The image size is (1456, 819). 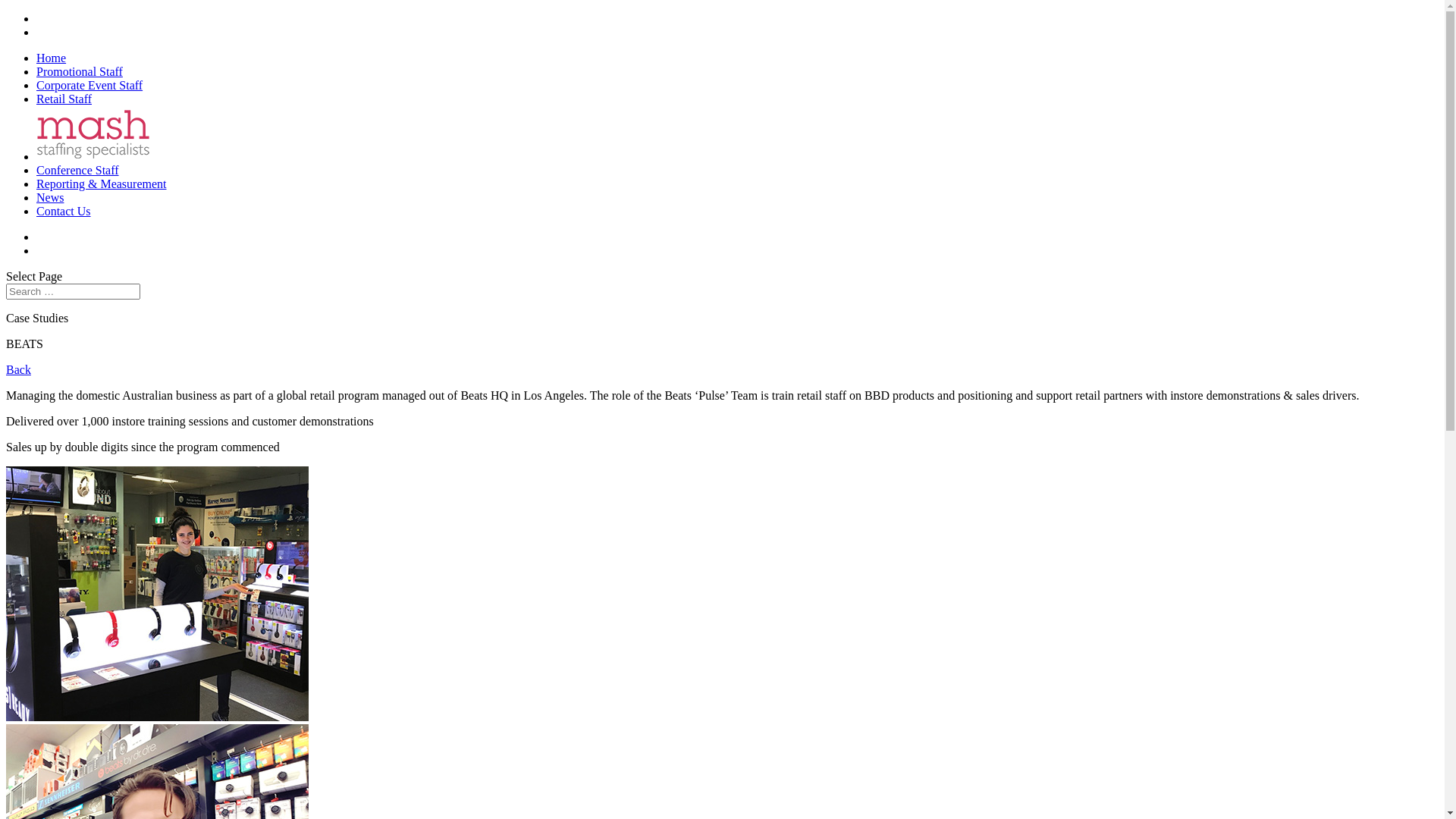 I want to click on 'Contact Us', so click(x=62, y=211).